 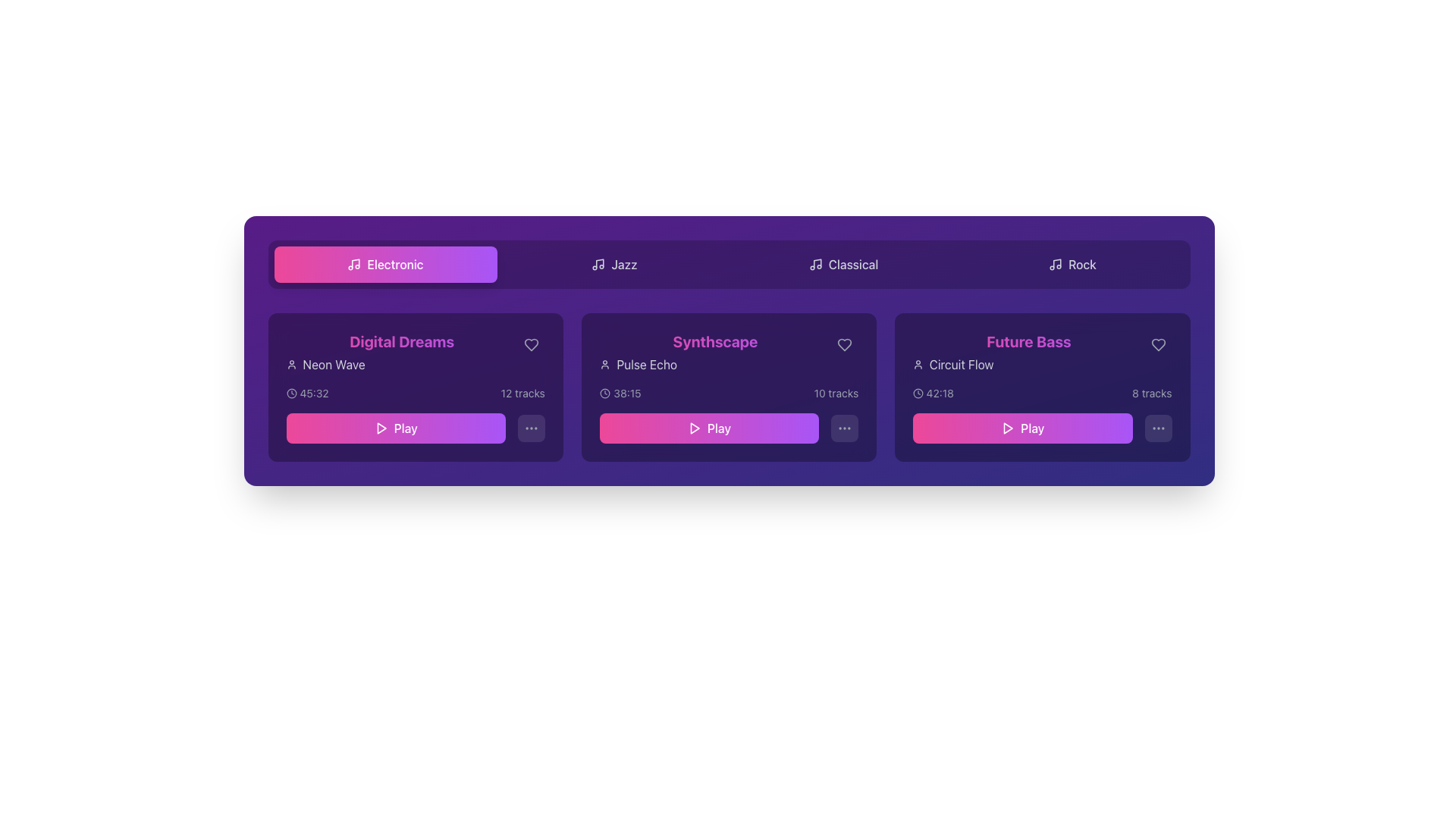 I want to click on the user profile silhouette SVG icon located to the left of the 'Neon Wave' label in the 'Digital Dreams' section, so click(x=291, y=365).